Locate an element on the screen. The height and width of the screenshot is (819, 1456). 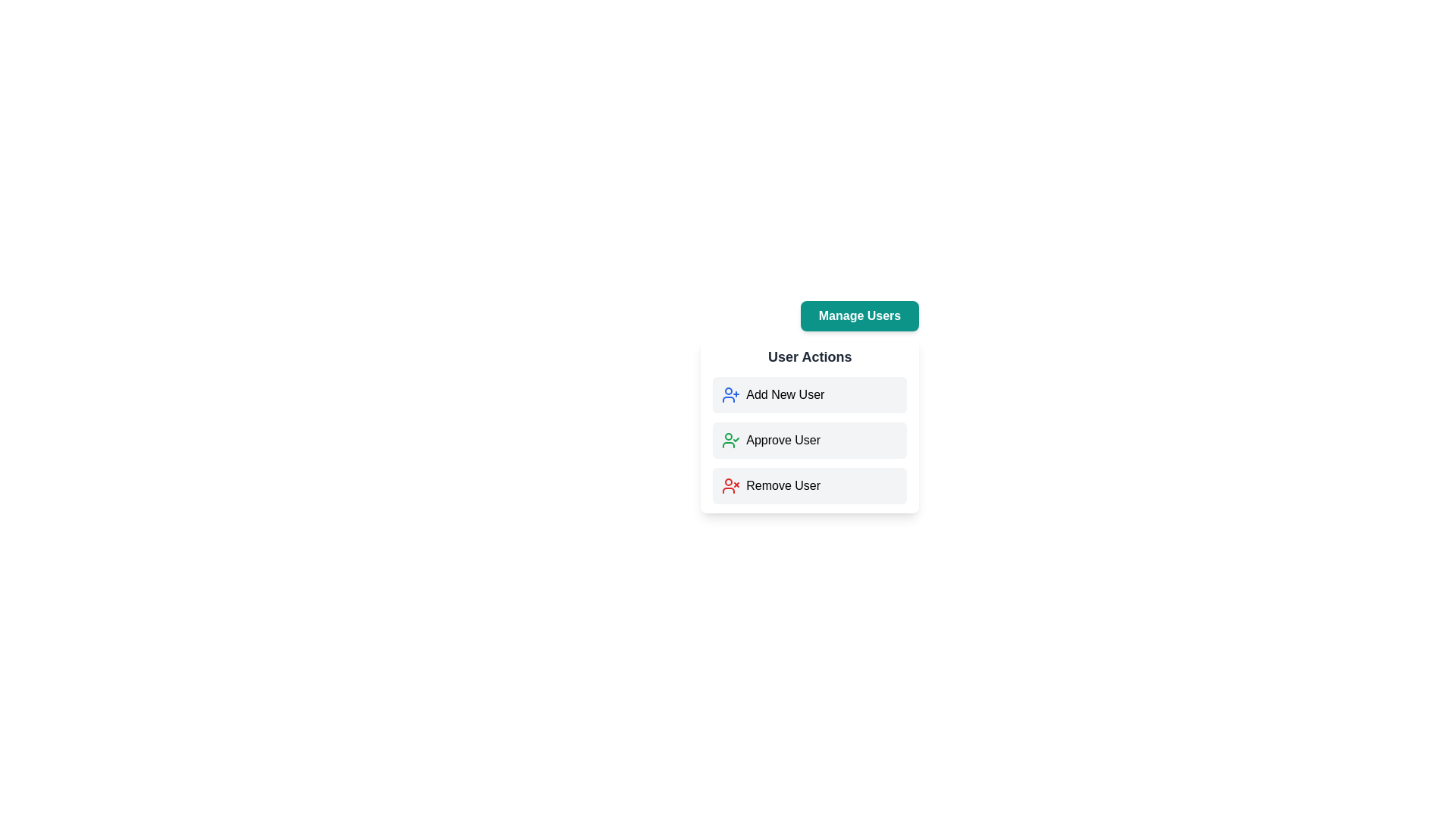
the approve button located in the 'User Actions' panel, positioned vertically between 'Add New User' and 'Remove User' is located at coordinates (809, 441).